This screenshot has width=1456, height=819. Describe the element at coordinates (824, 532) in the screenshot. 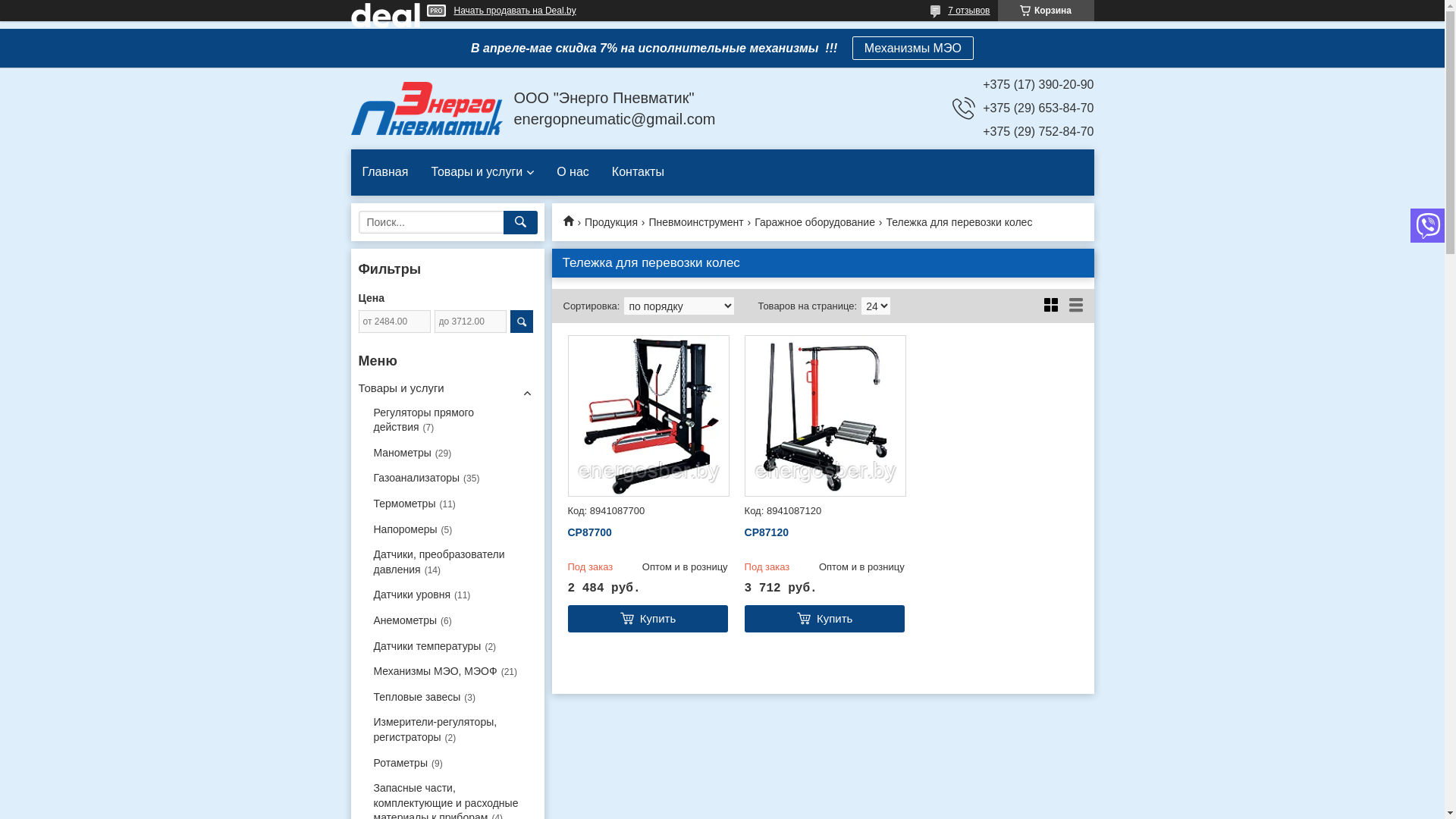

I see `'CP87120'` at that location.